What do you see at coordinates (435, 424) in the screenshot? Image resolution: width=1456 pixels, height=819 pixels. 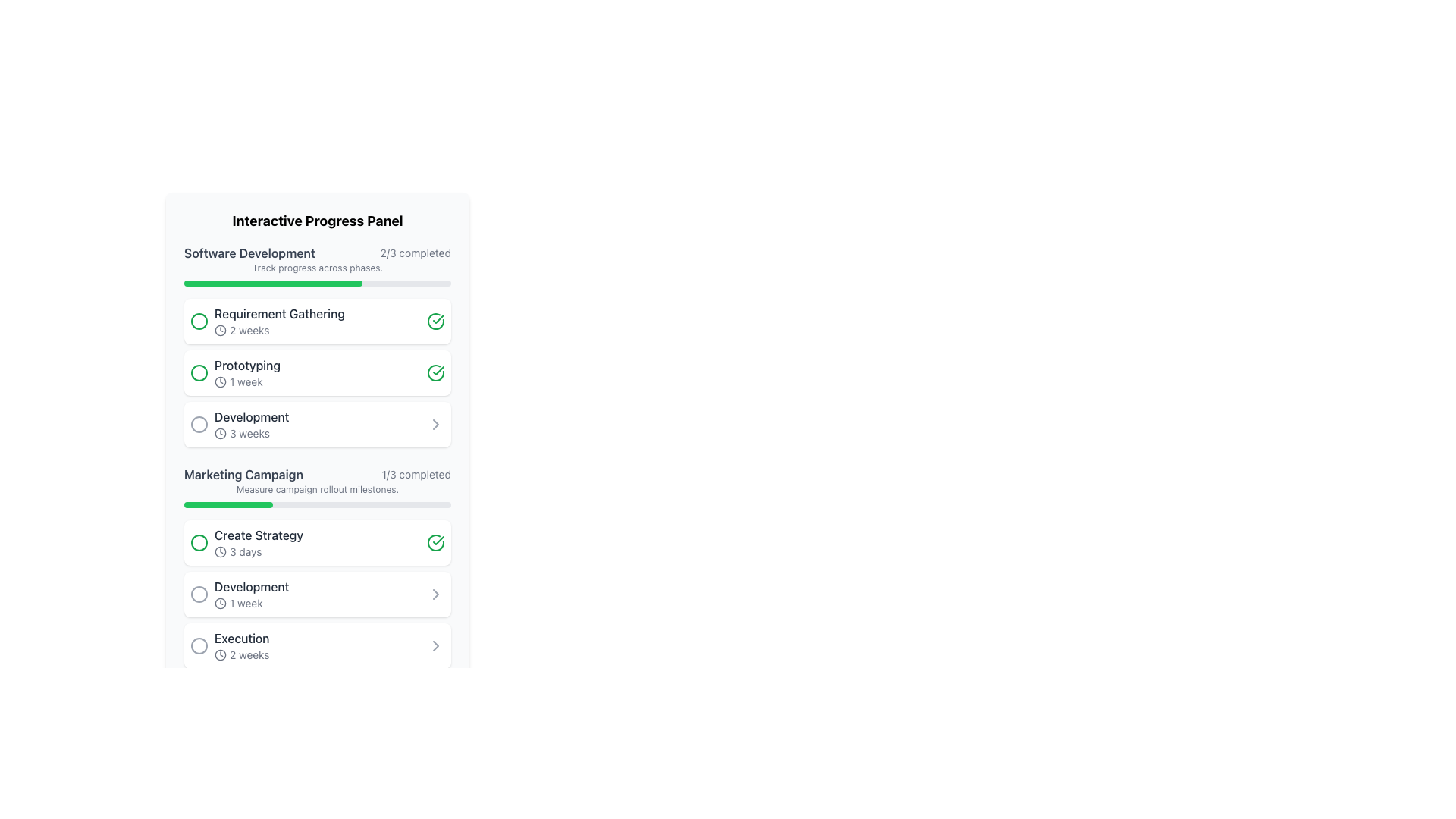 I see `the triangular arrow icon pointing to the right, located next to the 'Development' task under the 'Marketing Campaign' category` at bounding box center [435, 424].